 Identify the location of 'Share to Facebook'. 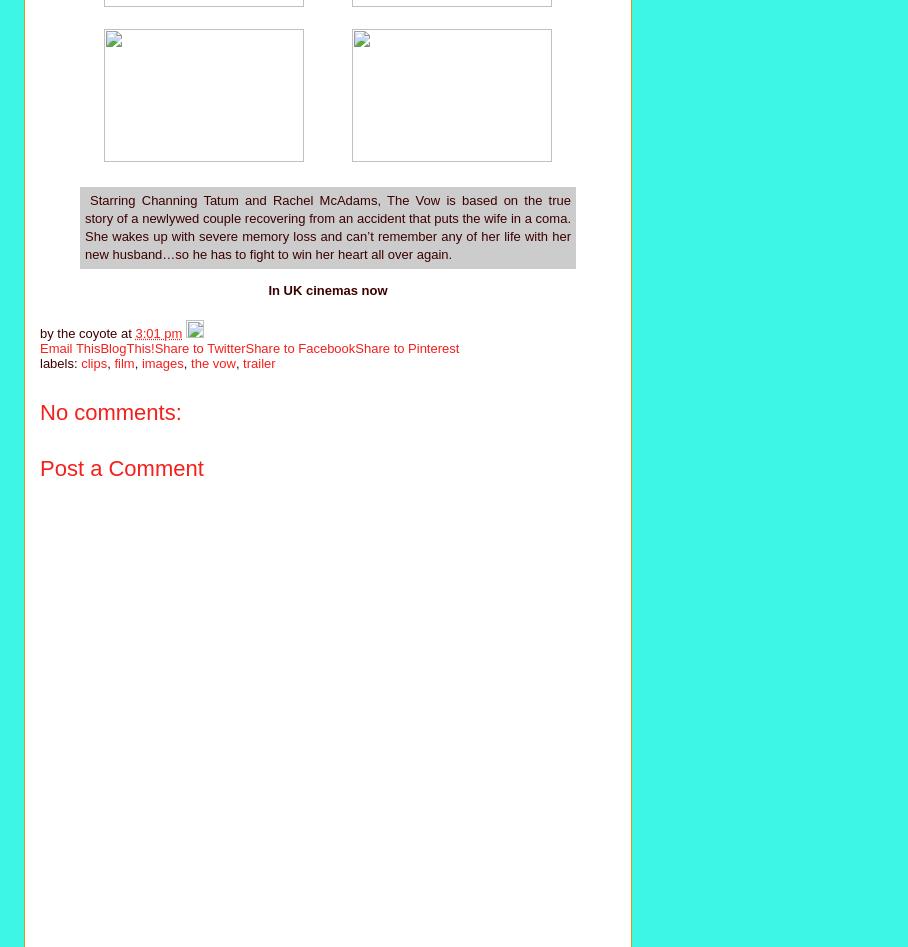
(300, 347).